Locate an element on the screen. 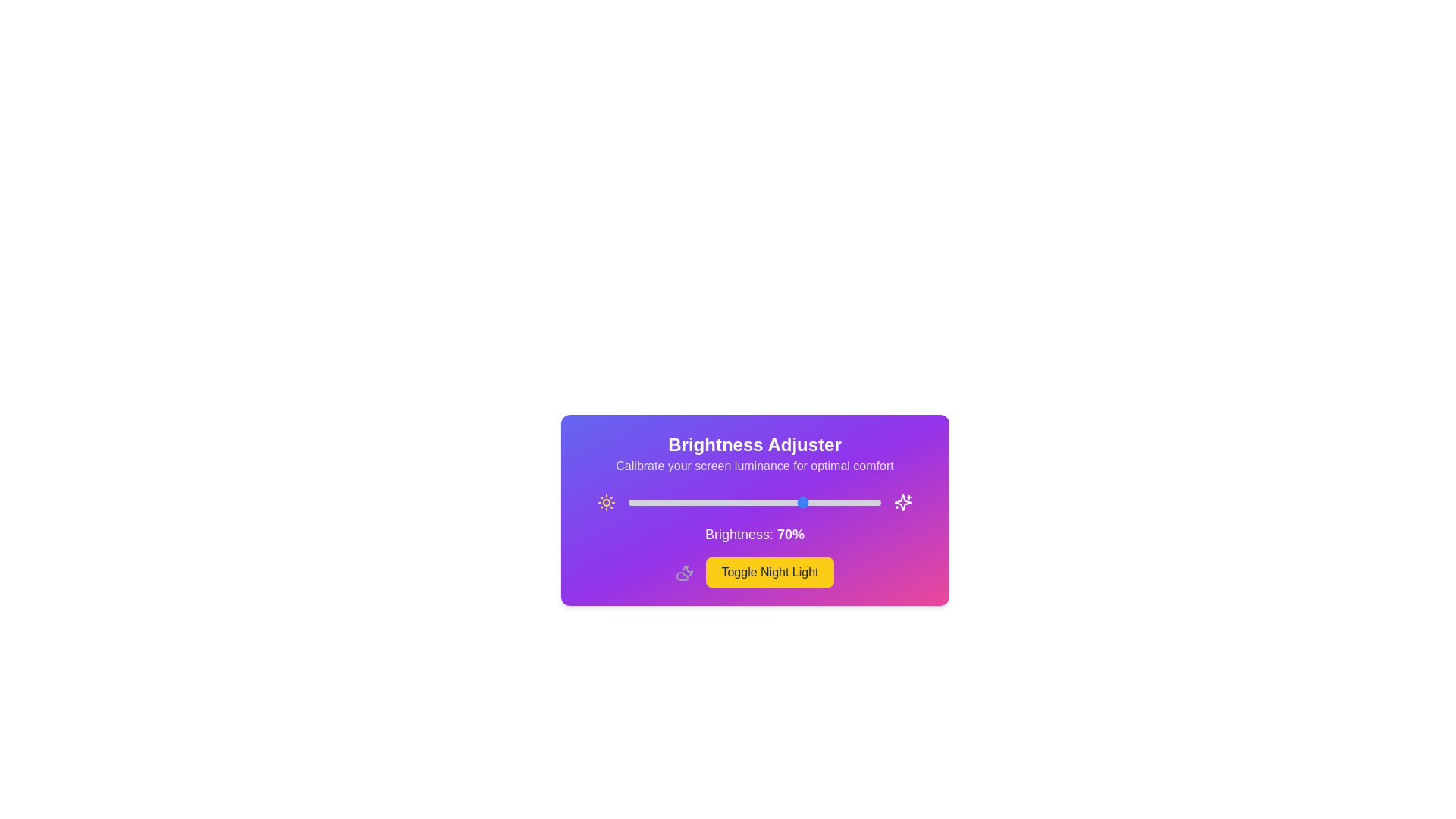 The width and height of the screenshot is (1456, 819). the brightness slider to 79% is located at coordinates (827, 503).